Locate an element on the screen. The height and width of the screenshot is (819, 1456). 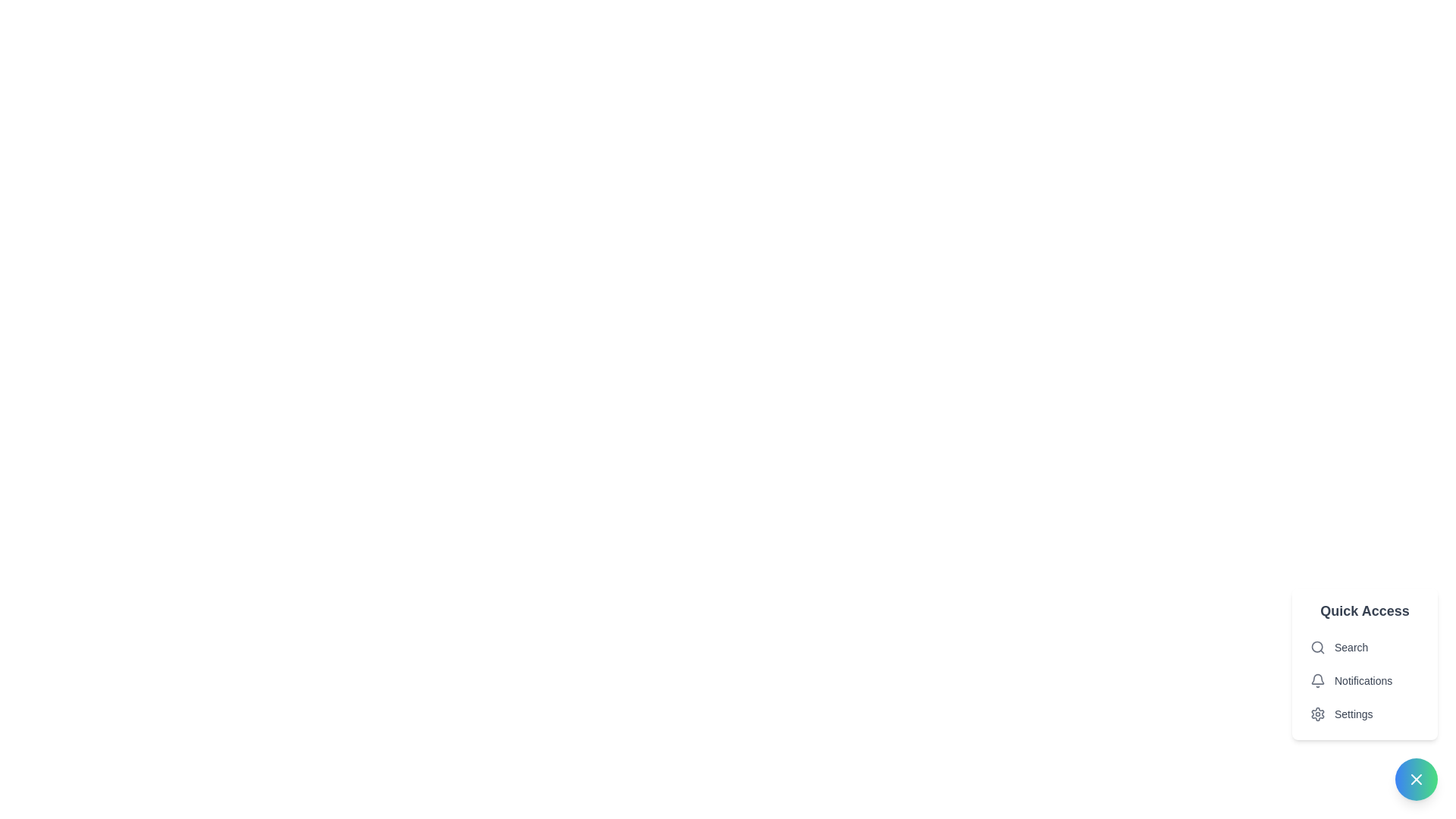
the 'Notifications' button, which is the second item in the floating menu with a bell icon is located at coordinates (1365, 680).